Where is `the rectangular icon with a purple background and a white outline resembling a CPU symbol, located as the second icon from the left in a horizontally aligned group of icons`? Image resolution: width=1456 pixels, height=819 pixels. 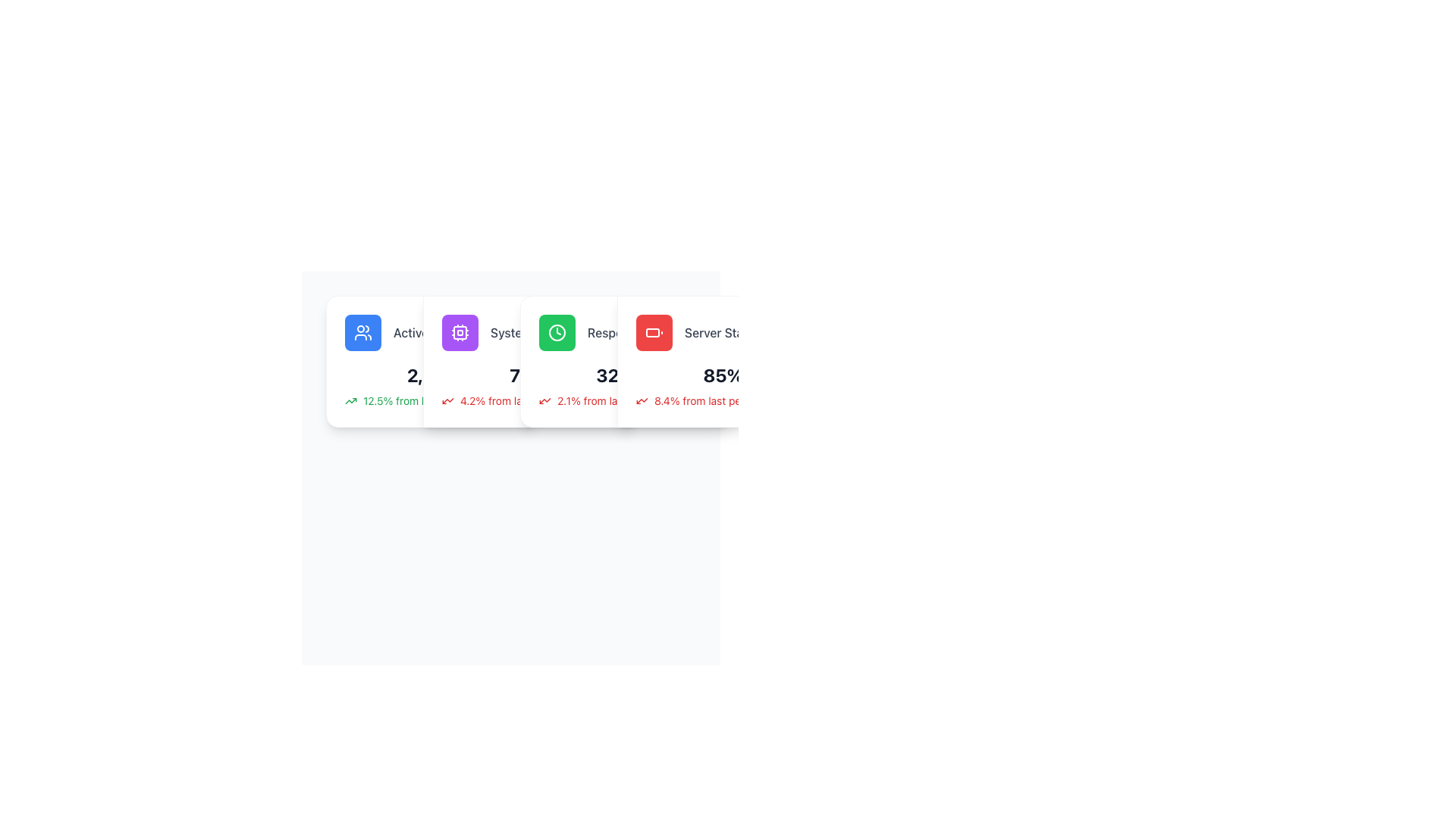
the rectangular icon with a purple background and a white outline resembling a CPU symbol, located as the second icon from the left in a horizontally aligned group of icons is located at coordinates (459, 332).